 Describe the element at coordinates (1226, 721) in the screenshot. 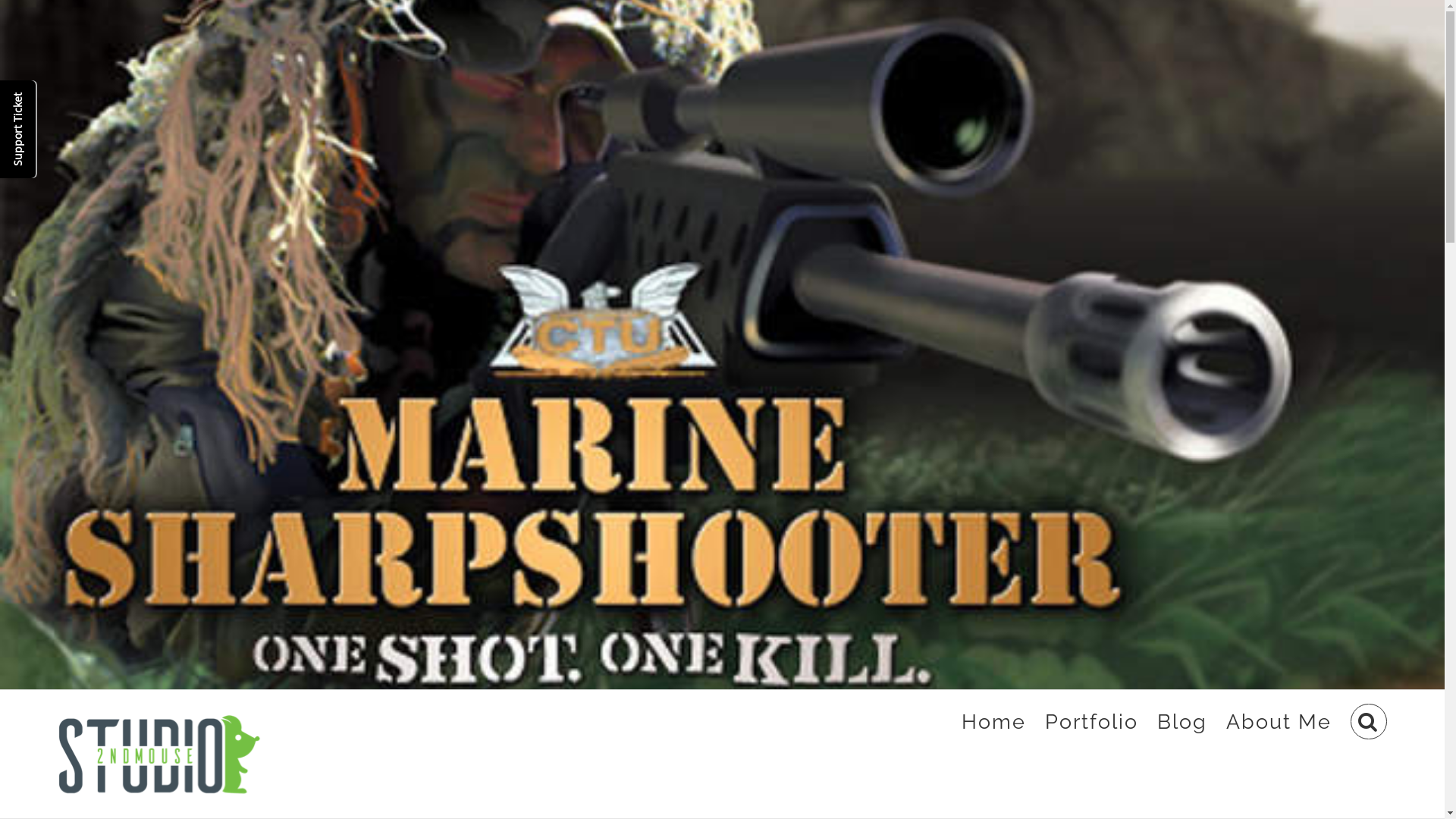

I see `'About Me'` at that location.